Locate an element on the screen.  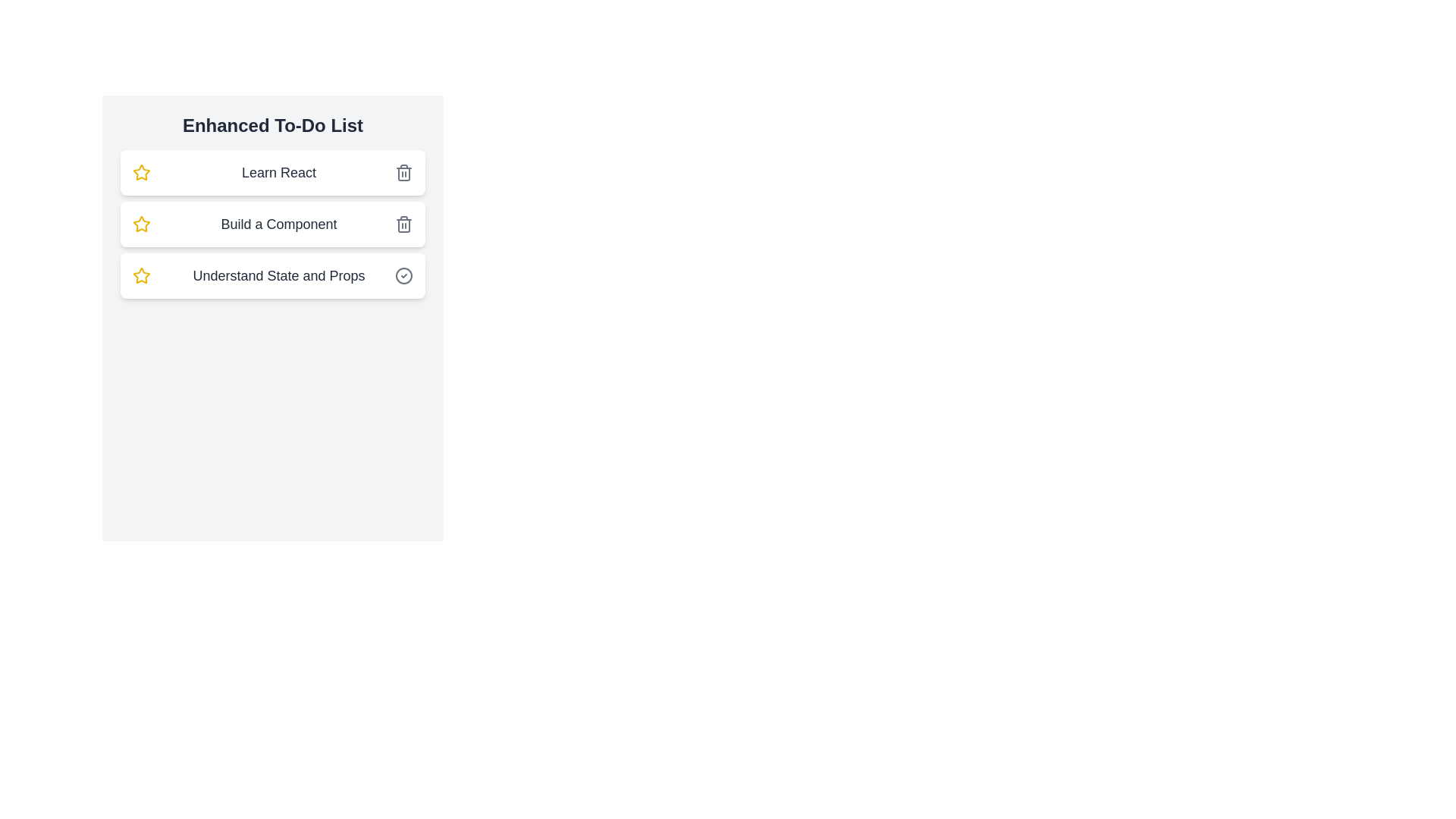
the first star-shaped icon with a yellow border and a white center in the 'Enhanced To-Do List' interface is located at coordinates (142, 171).